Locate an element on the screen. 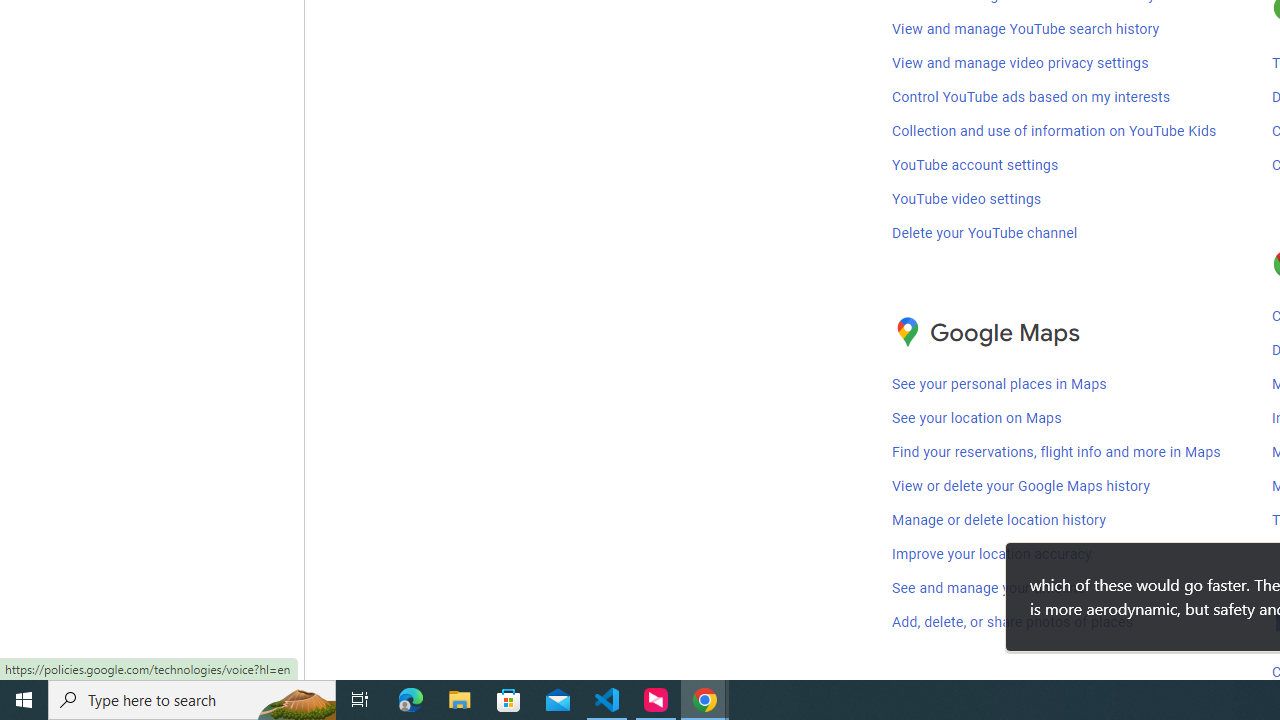 The width and height of the screenshot is (1280, 720). 'Control YouTube ads based on my interests' is located at coordinates (1031, 96).